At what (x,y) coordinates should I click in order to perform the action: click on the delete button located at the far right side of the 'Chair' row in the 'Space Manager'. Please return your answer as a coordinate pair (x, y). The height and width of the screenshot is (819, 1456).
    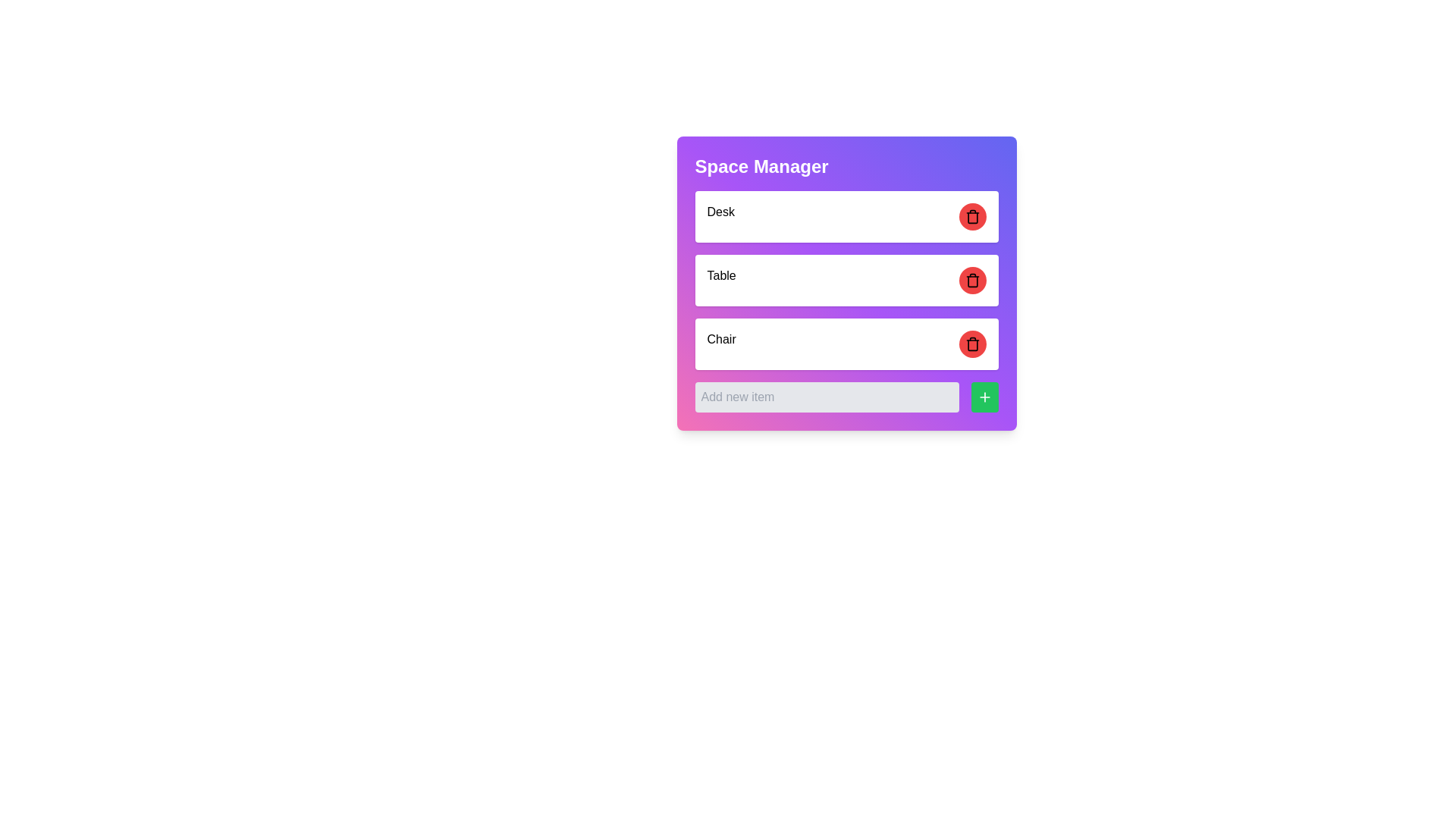
    Looking at the image, I should click on (972, 344).